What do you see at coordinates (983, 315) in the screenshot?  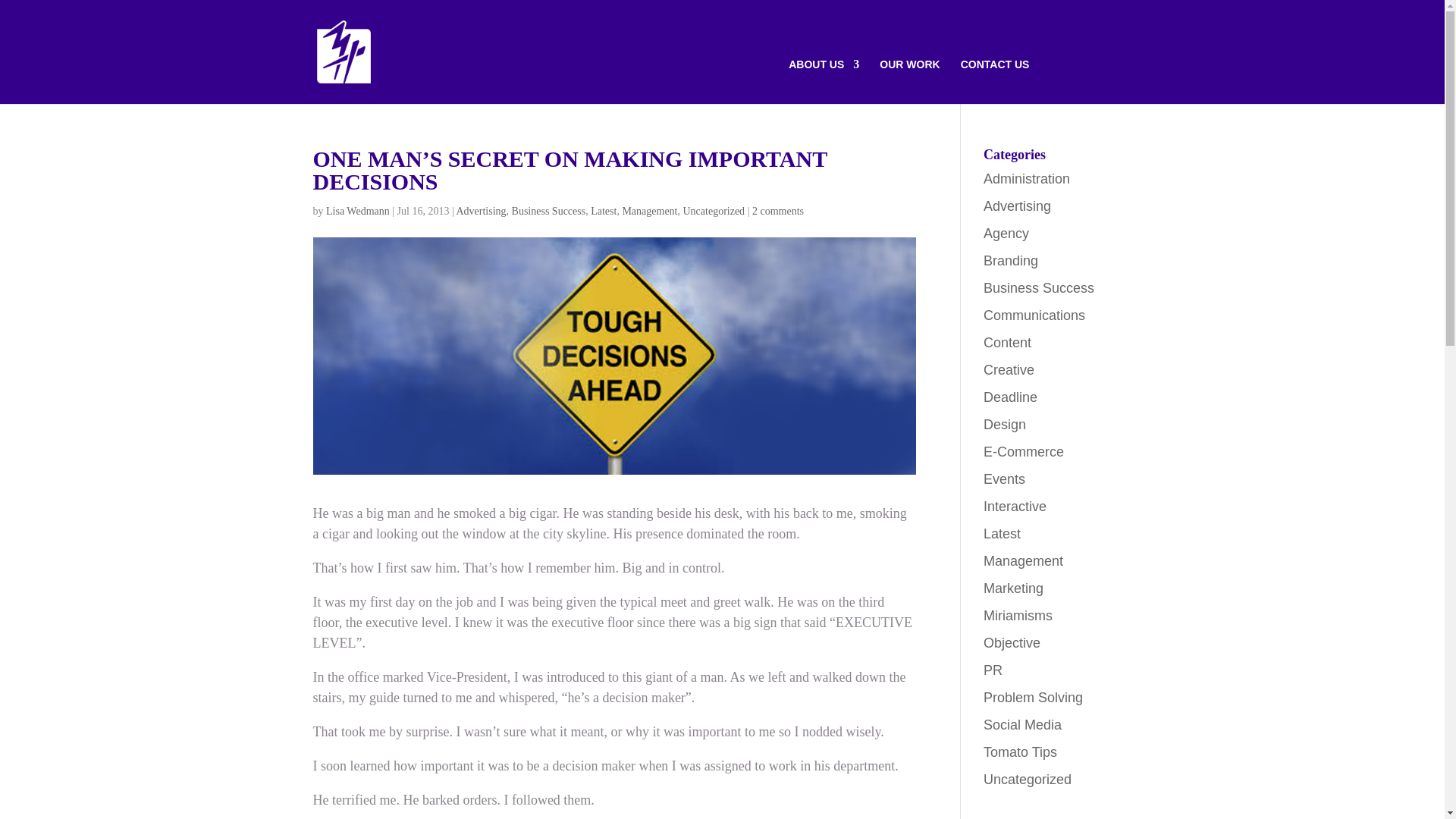 I see `'Communications'` at bounding box center [983, 315].